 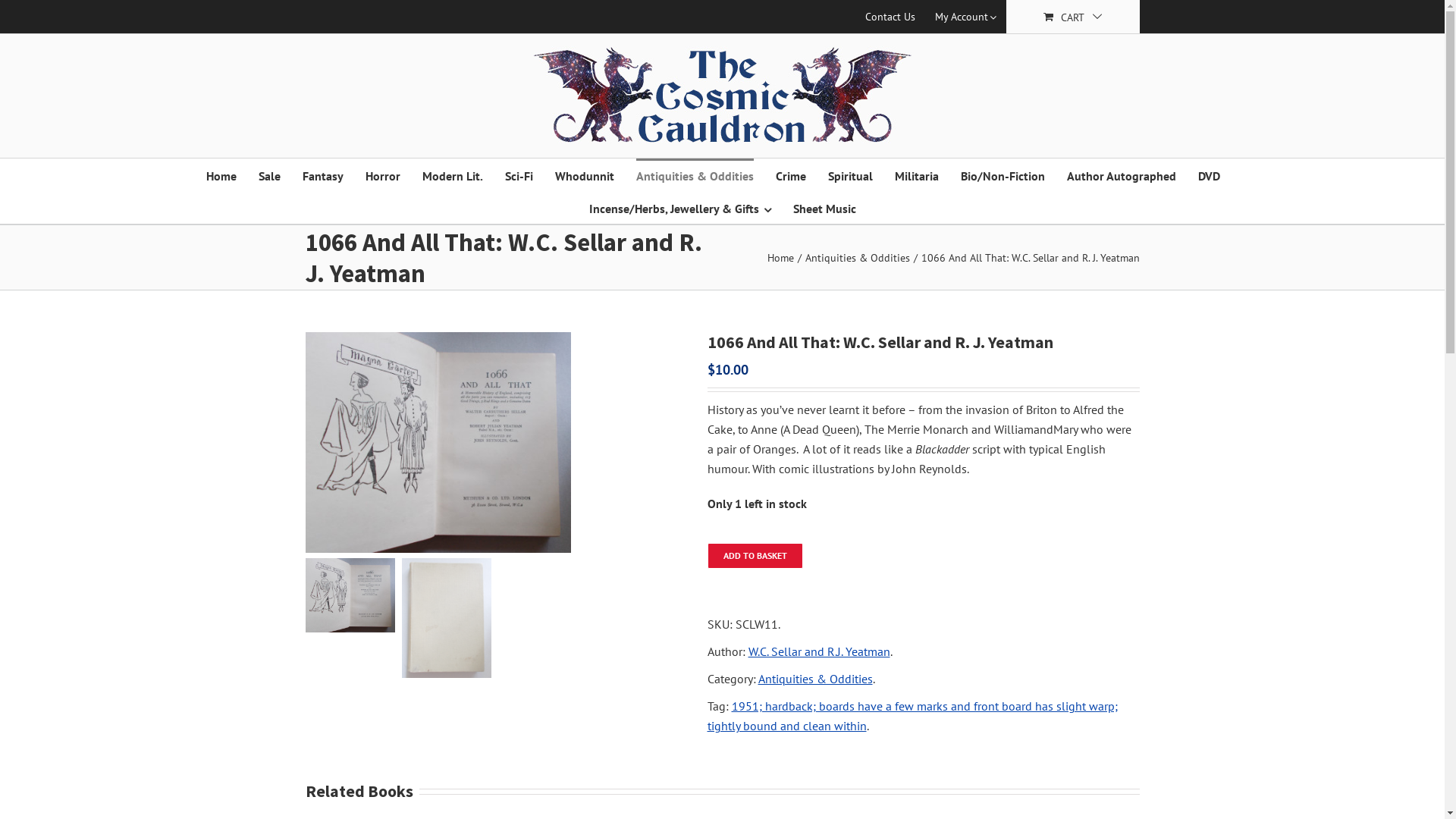 What do you see at coordinates (679, 207) in the screenshot?
I see `'Incense/Herbs, Jewellery & Gifts'` at bounding box center [679, 207].